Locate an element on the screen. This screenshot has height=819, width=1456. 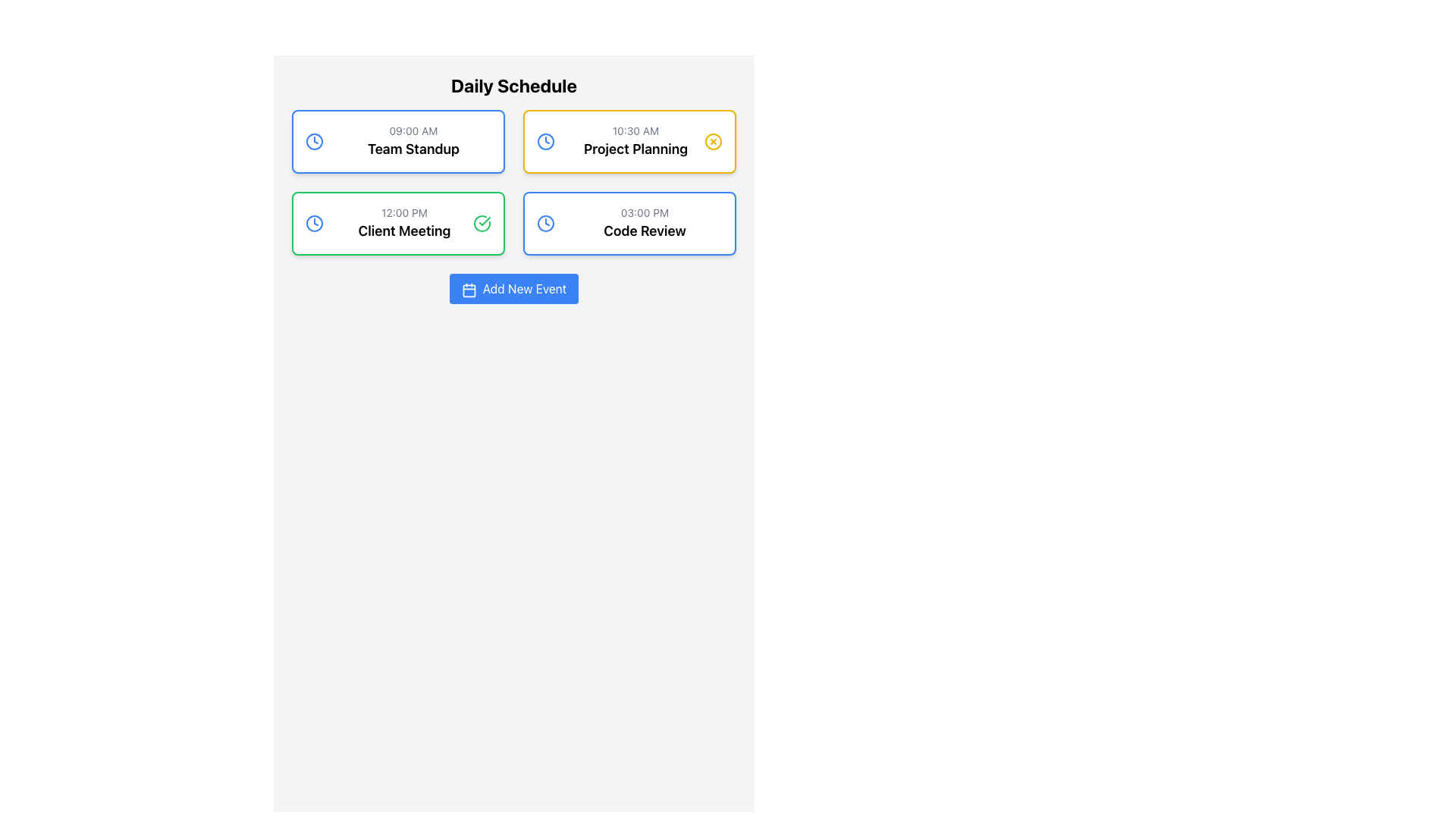
the button located at the bottom of the main content area is located at coordinates (513, 289).